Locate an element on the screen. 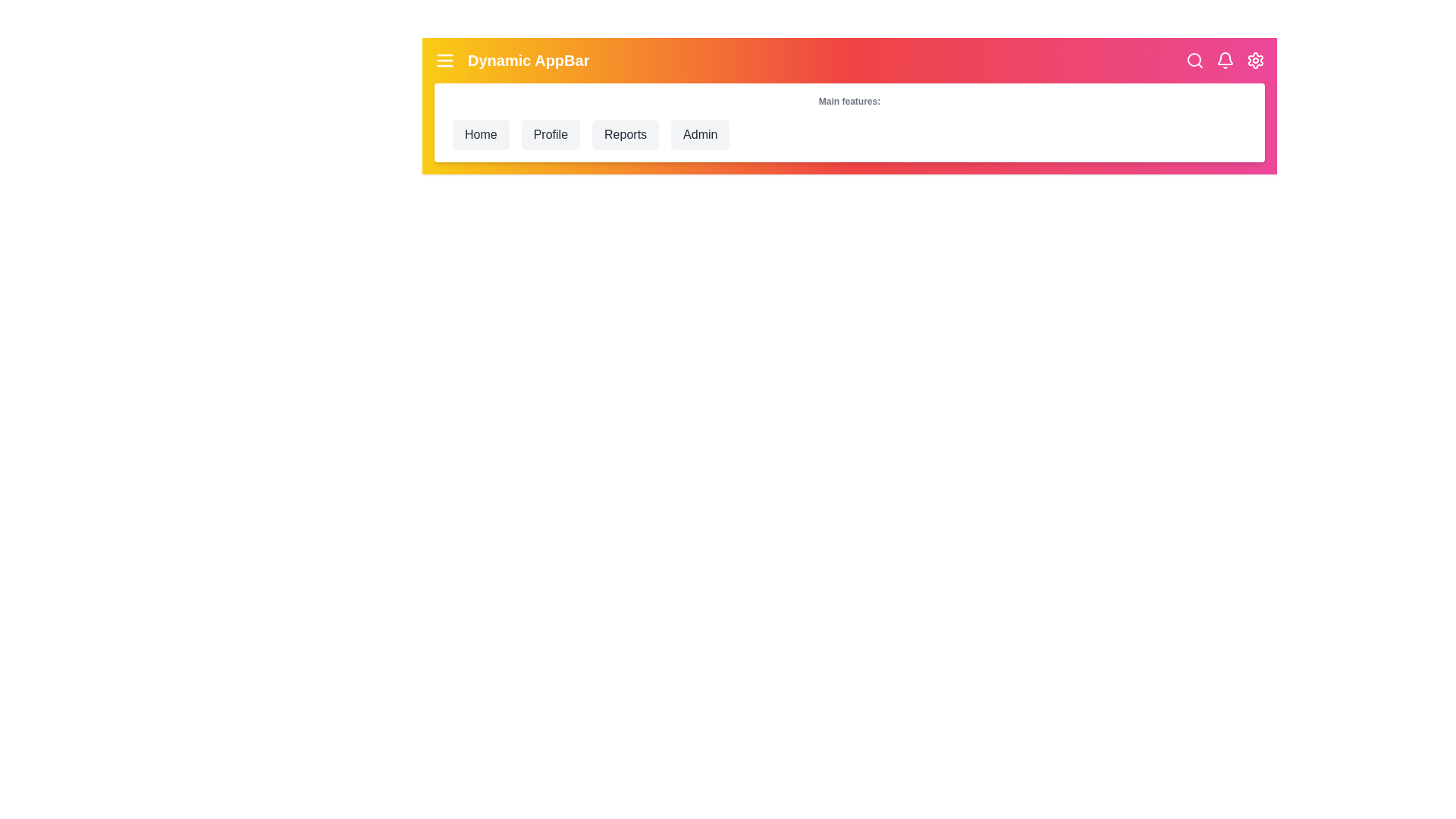 Image resolution: width=1456 pixels, height=819 pixels. the Admin navigation menu item to navigate to its respective section is located at coordinates (700, 133).